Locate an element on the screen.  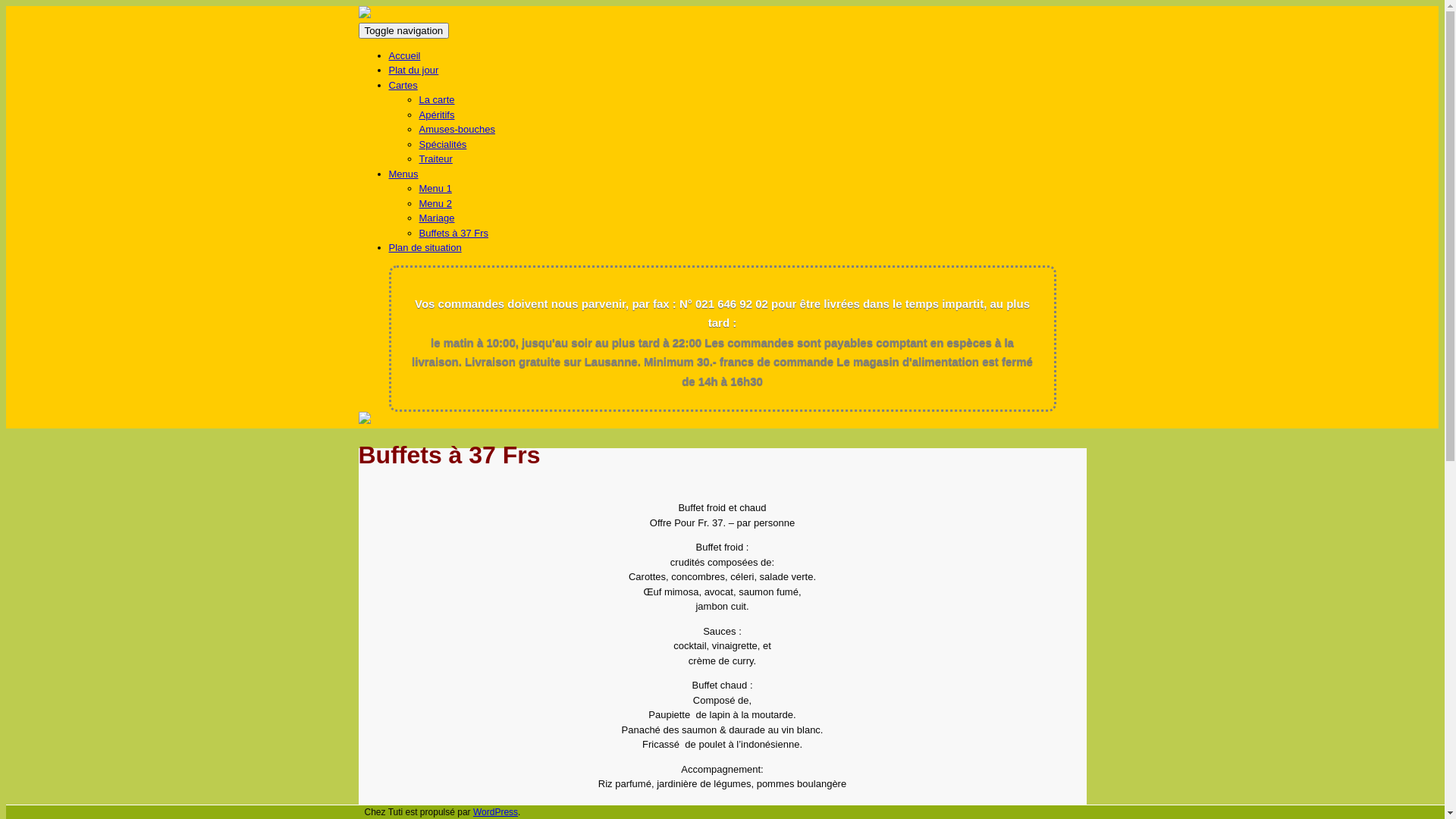
'WordPress' is located at coordinates (472, 811).